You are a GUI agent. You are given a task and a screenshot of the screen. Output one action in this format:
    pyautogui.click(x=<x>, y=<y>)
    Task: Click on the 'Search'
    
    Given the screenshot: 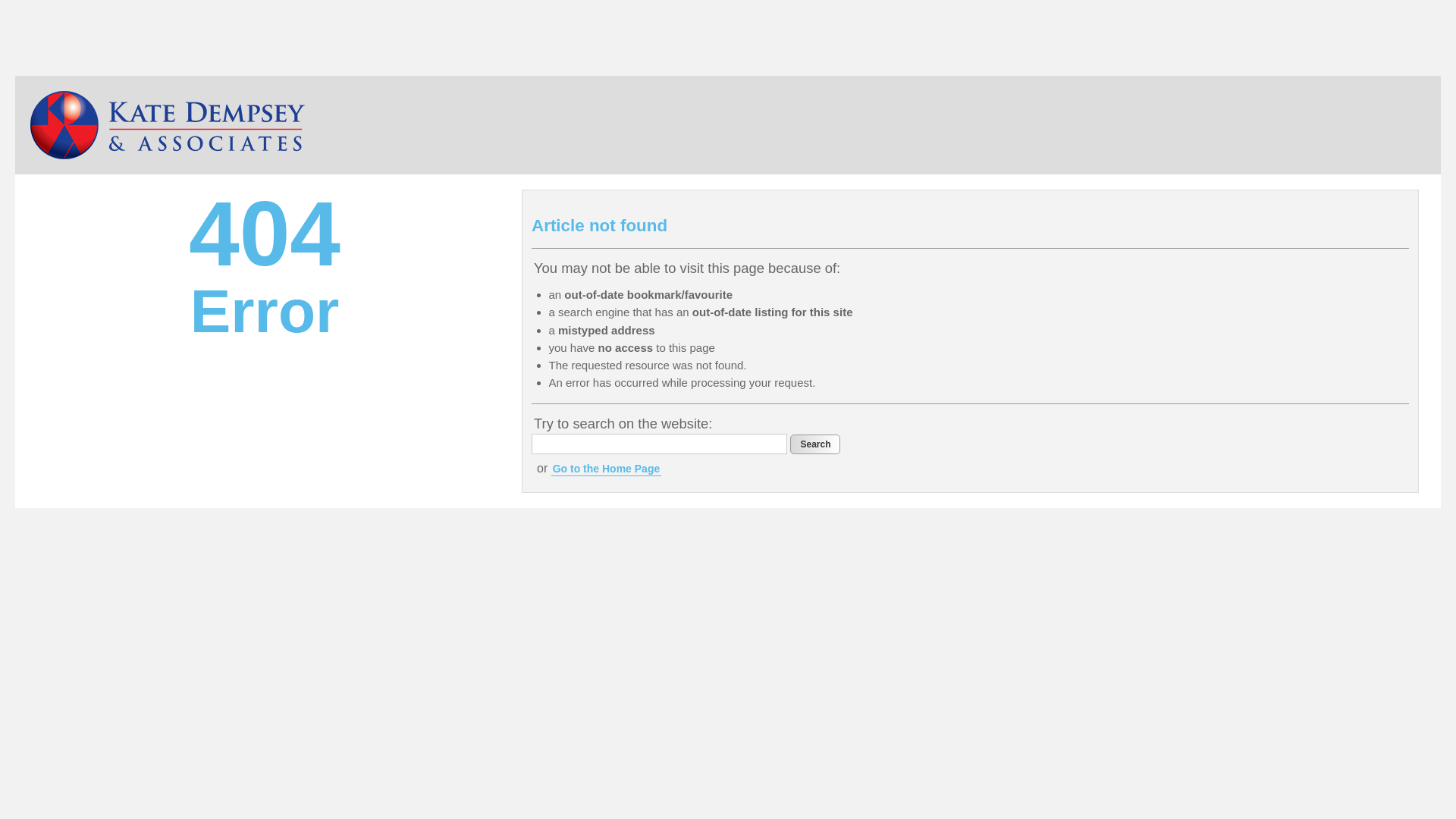 What is the action you would take?
    pyautogui.click(x=814, y=444)
    